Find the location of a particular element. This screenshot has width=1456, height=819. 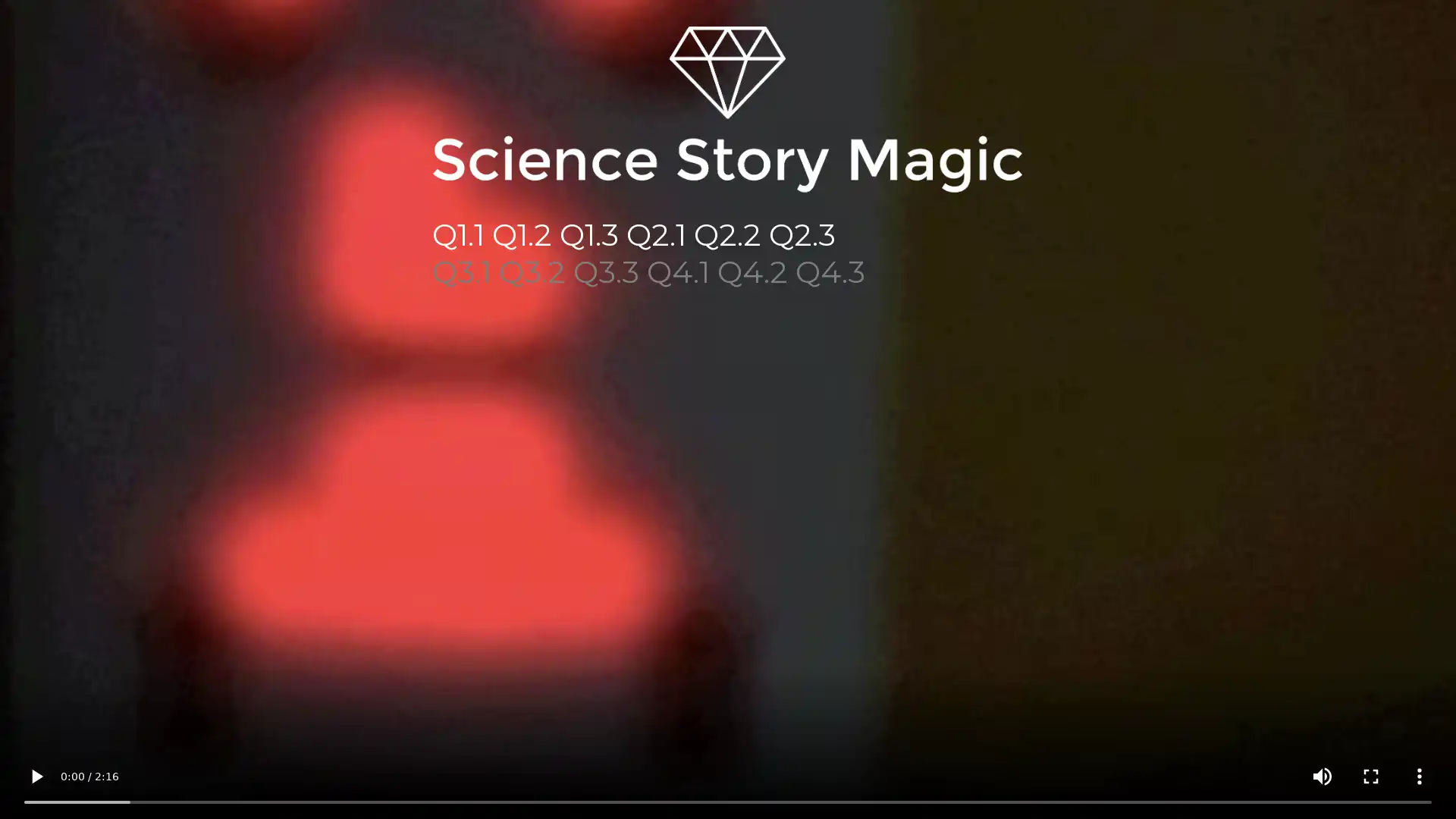

show more media controls is located at coordinates (1419, 776).